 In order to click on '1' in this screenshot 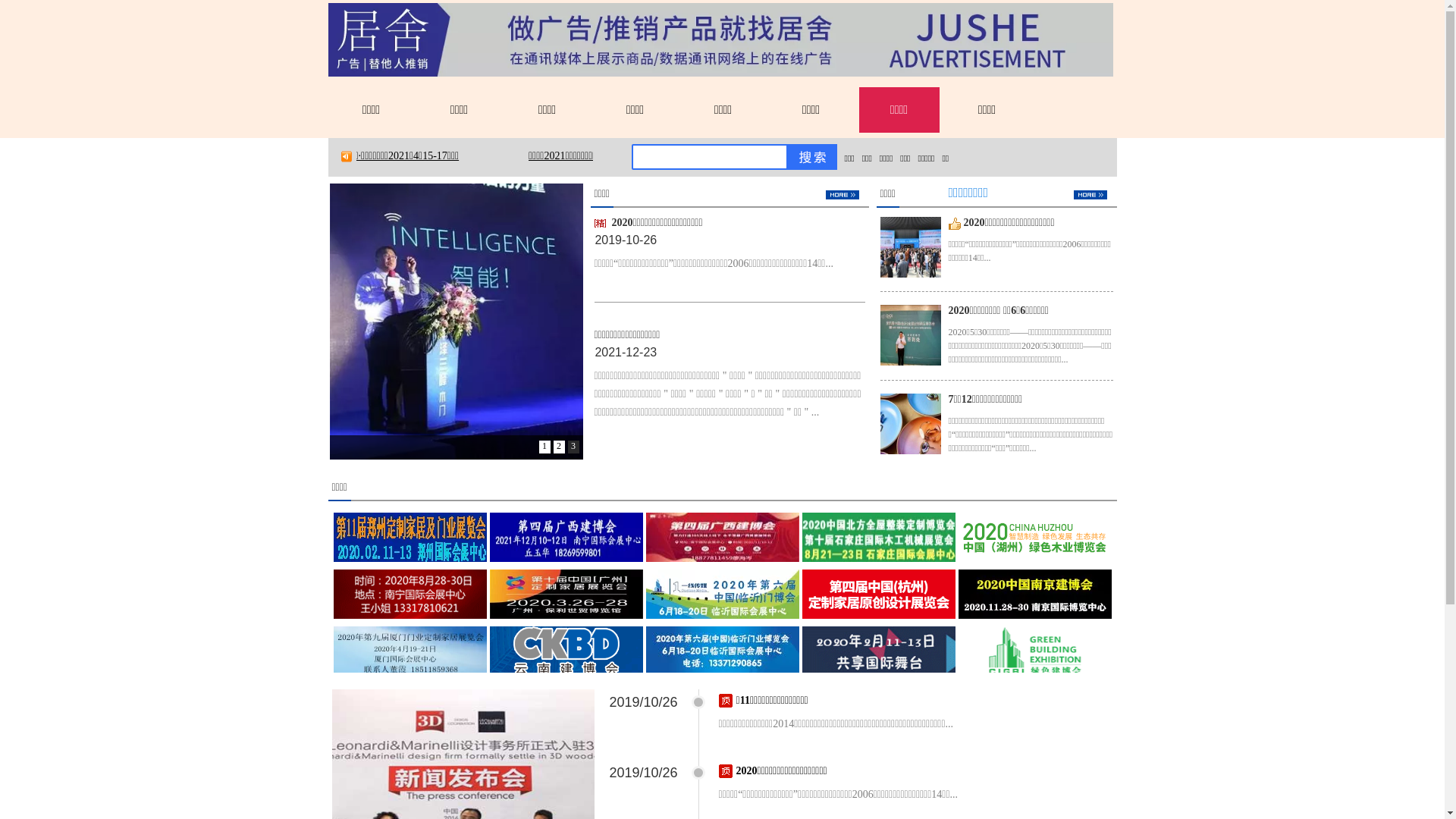, I will do `click(544, 446)`.